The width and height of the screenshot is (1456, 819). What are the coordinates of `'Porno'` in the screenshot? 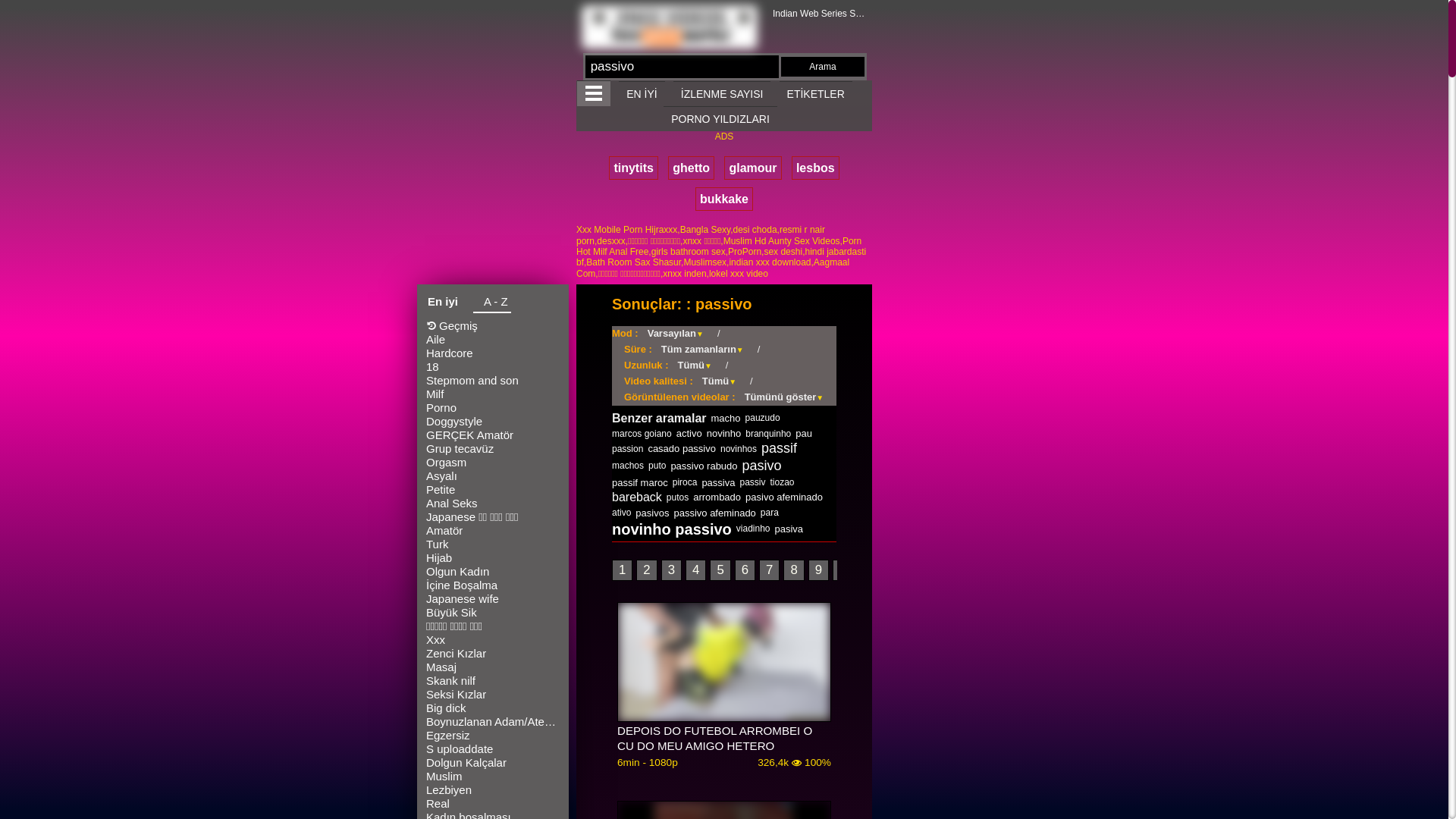 It's located at (425, 406).